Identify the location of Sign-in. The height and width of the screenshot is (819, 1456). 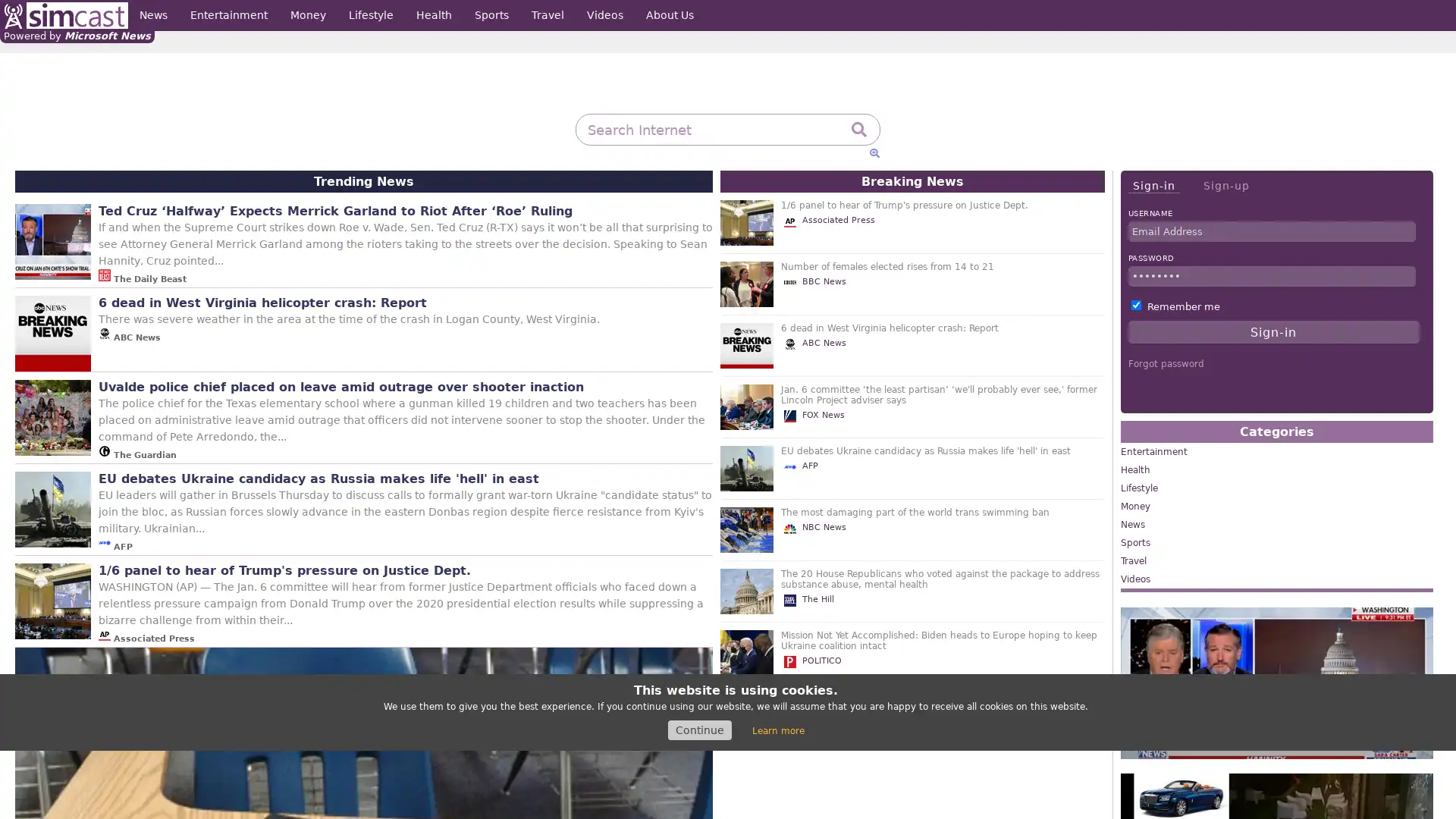
(1273, 331).